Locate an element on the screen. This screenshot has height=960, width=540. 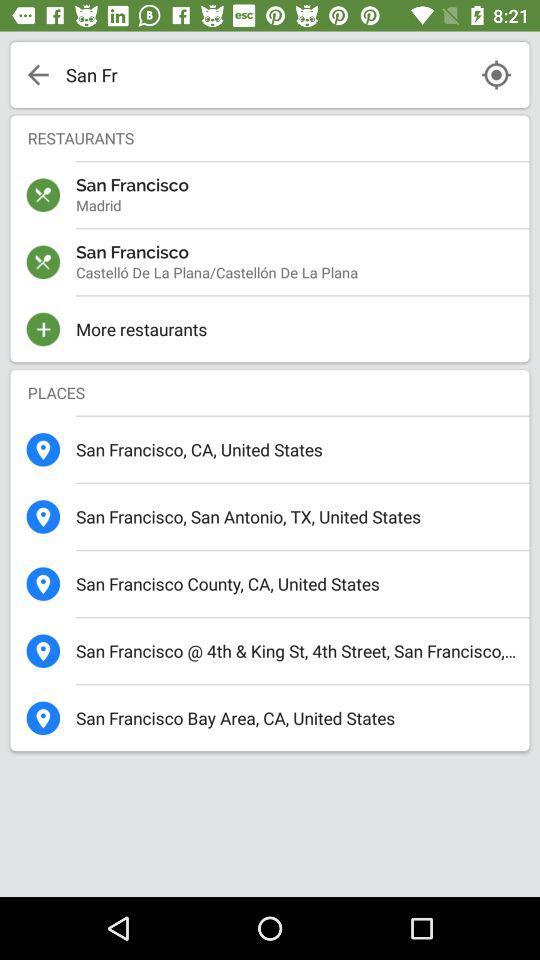
back to previous is located at coordinates (38, 74).